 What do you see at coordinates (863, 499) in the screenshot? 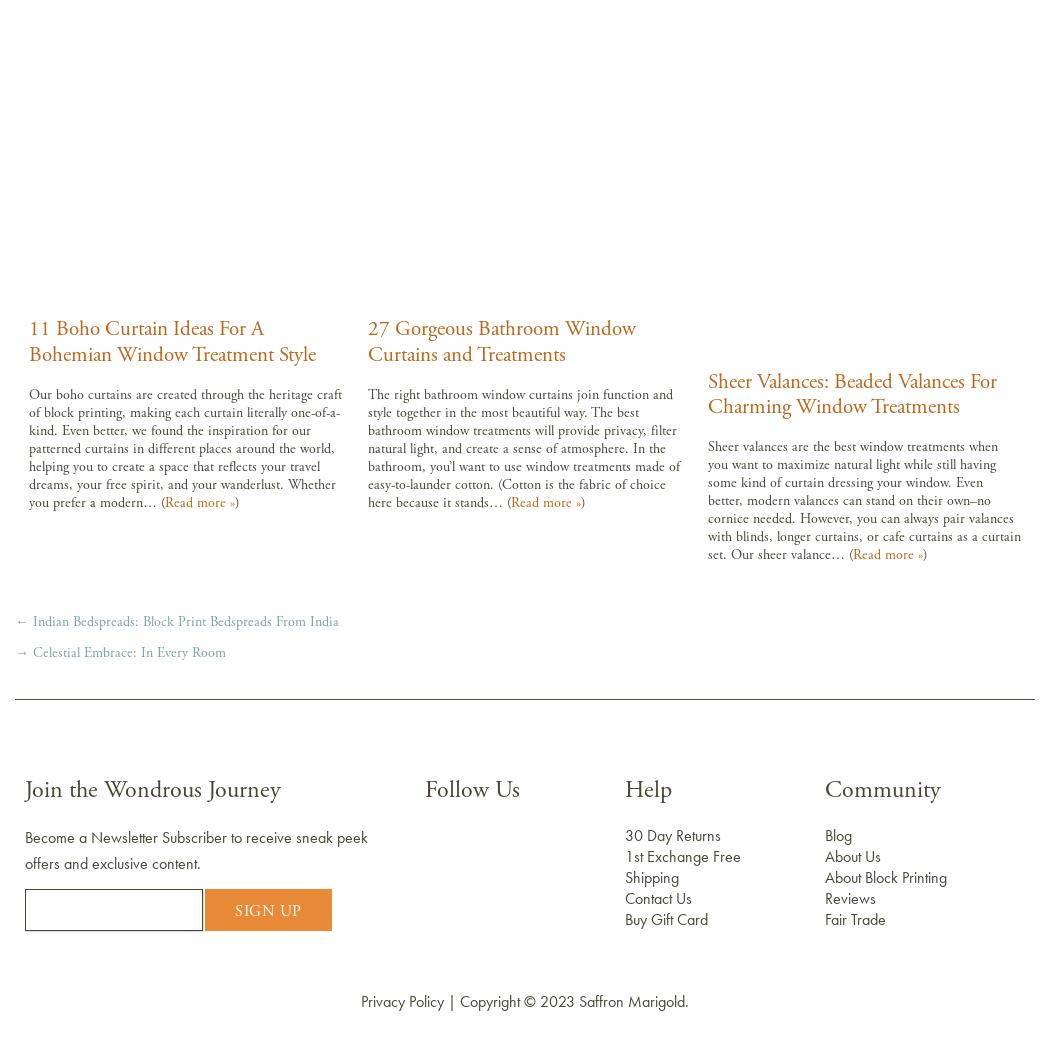
I see `'Sheer valances are the best window treatments when you want to maximize natural light while still having some kind of curtain dressing your window. Even better, modern valances can stand on their own–no cornice needed. However, you can always pair valances with blinds, longer curtains, or cafe curtains as a curtain set. Our sheer valance…'` at bounding box center [863, 499].